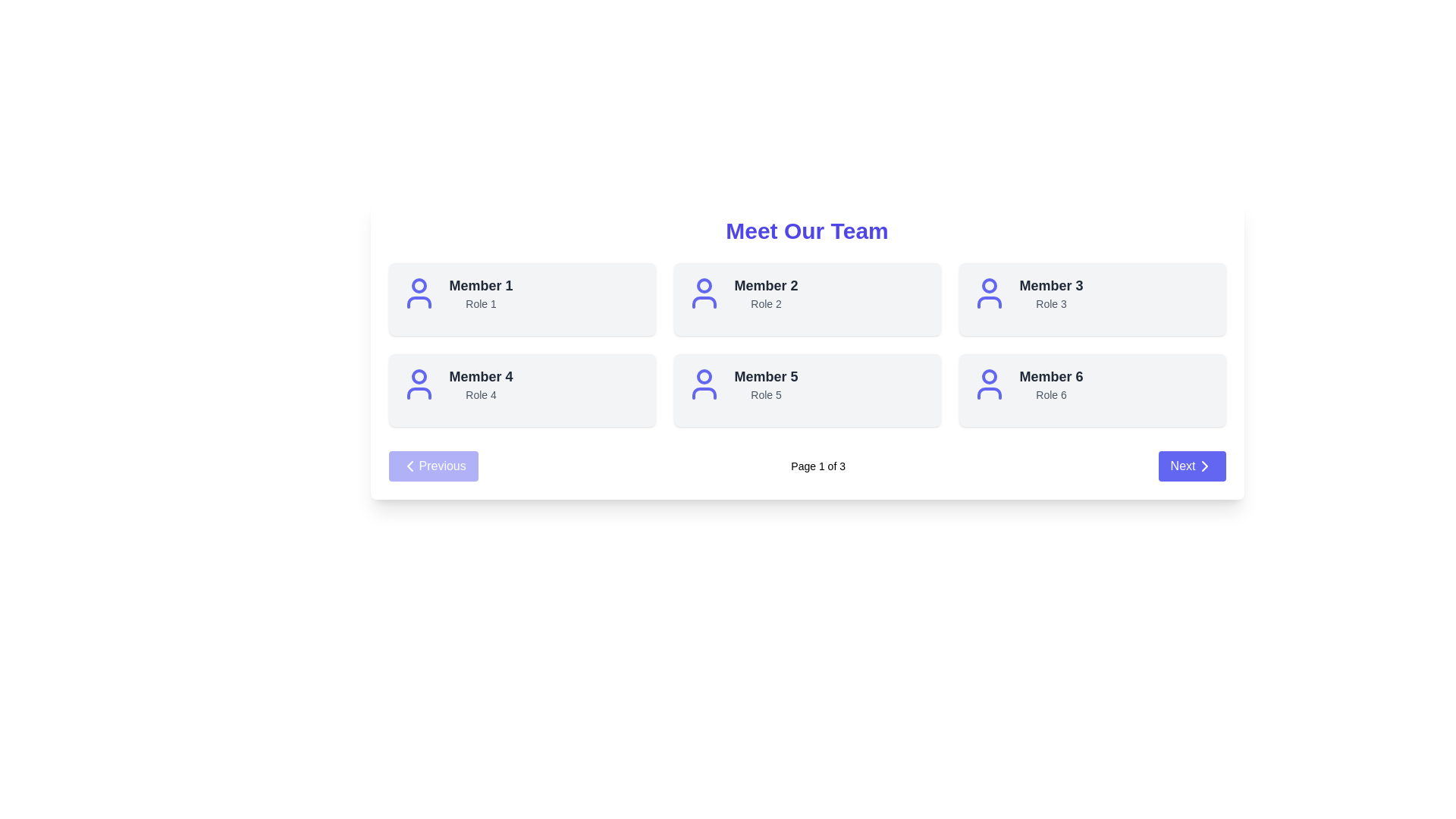  What do you see at coordinates (1092, 293) in the screenshot?
I see `the Profile summary card representing 'Member 3', located in the top-right quadrant of the grid layout` at bounding box center [1092, 293].